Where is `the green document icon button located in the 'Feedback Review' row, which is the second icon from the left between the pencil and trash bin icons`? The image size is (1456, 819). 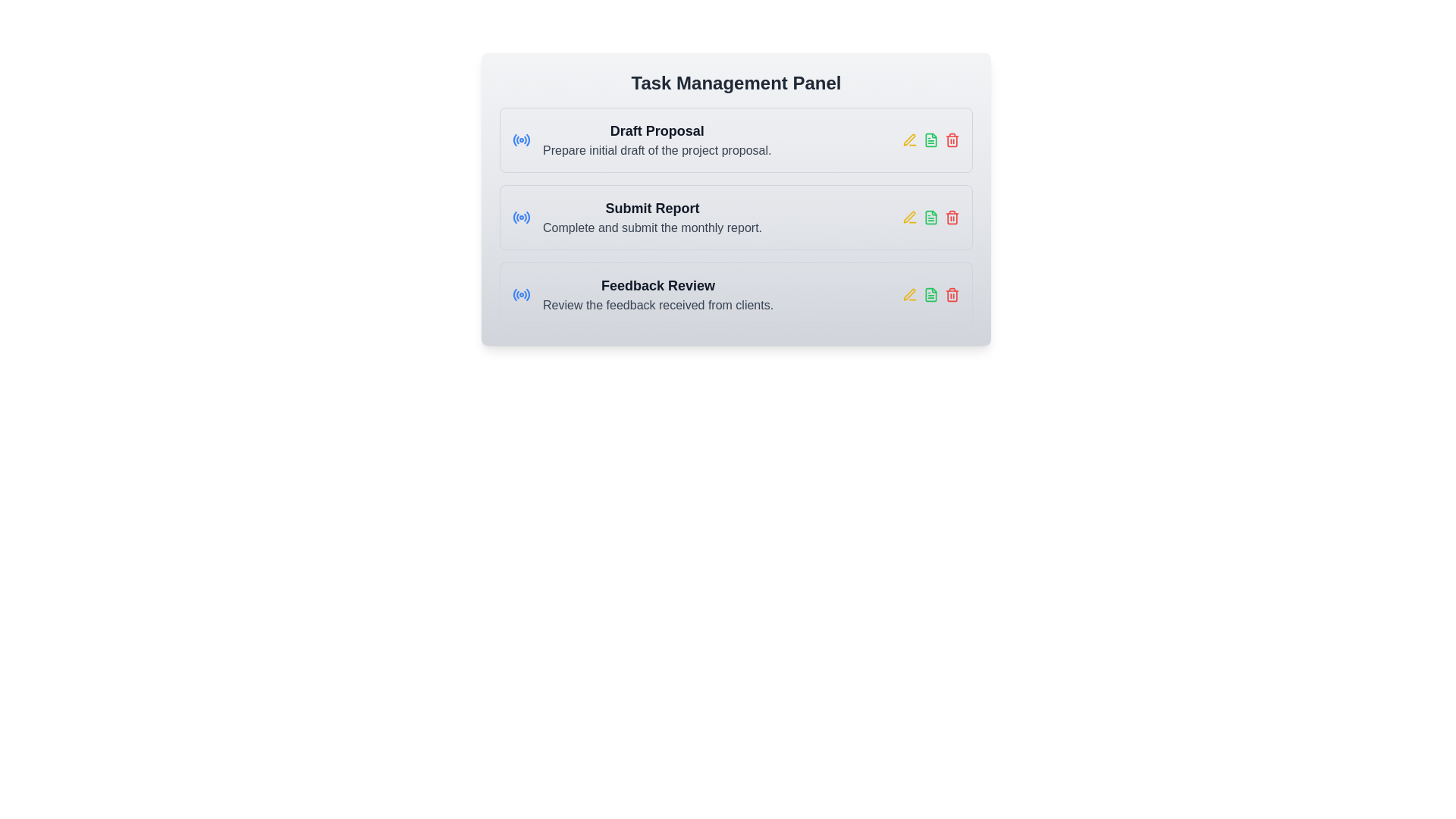 the green document icon button located in the 'Feedback Review' row, which is the second icon from the left between the pencil and trash bin icons is located at coordinates (930, 295).